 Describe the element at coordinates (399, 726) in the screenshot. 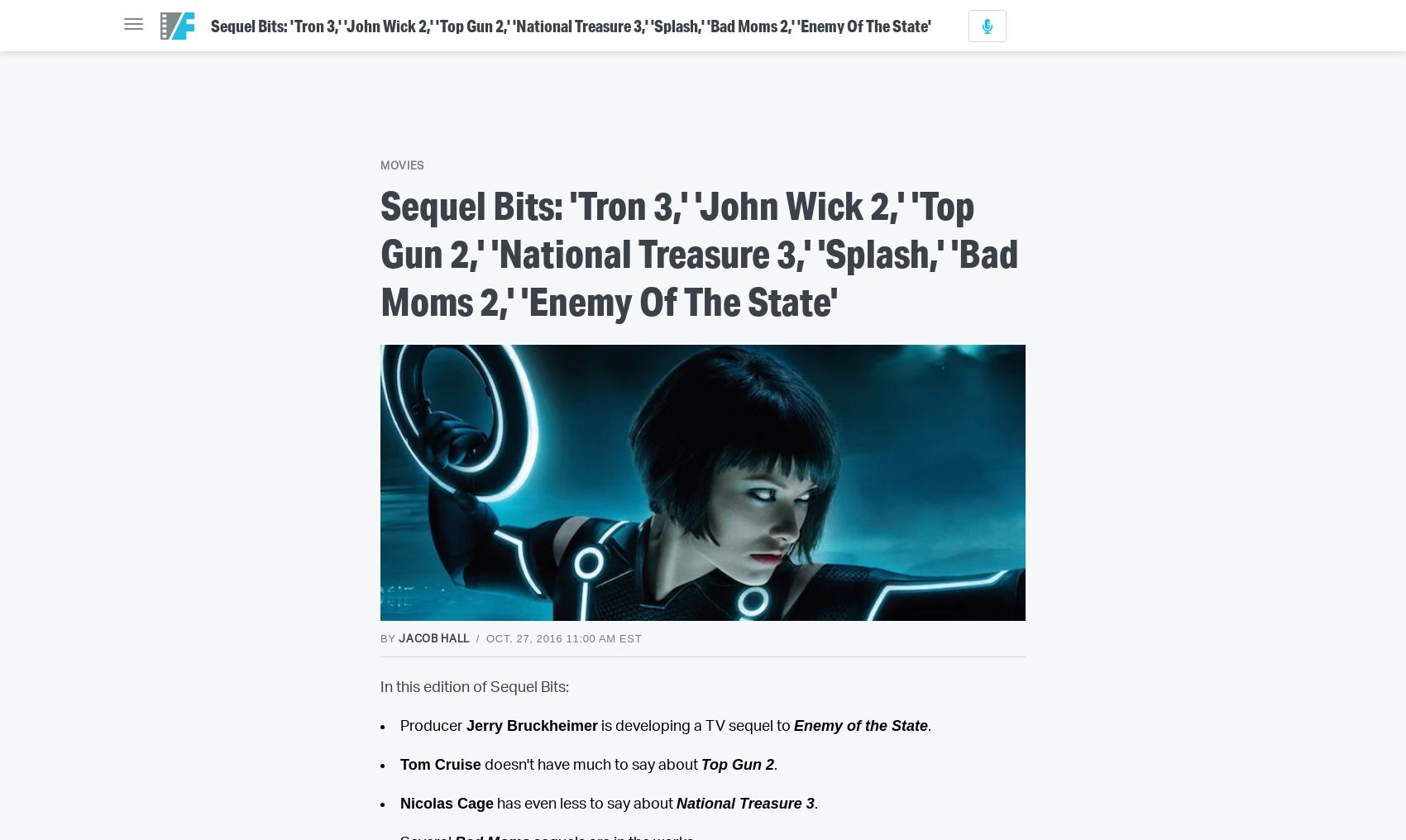

I see `'Producer'` at that location.